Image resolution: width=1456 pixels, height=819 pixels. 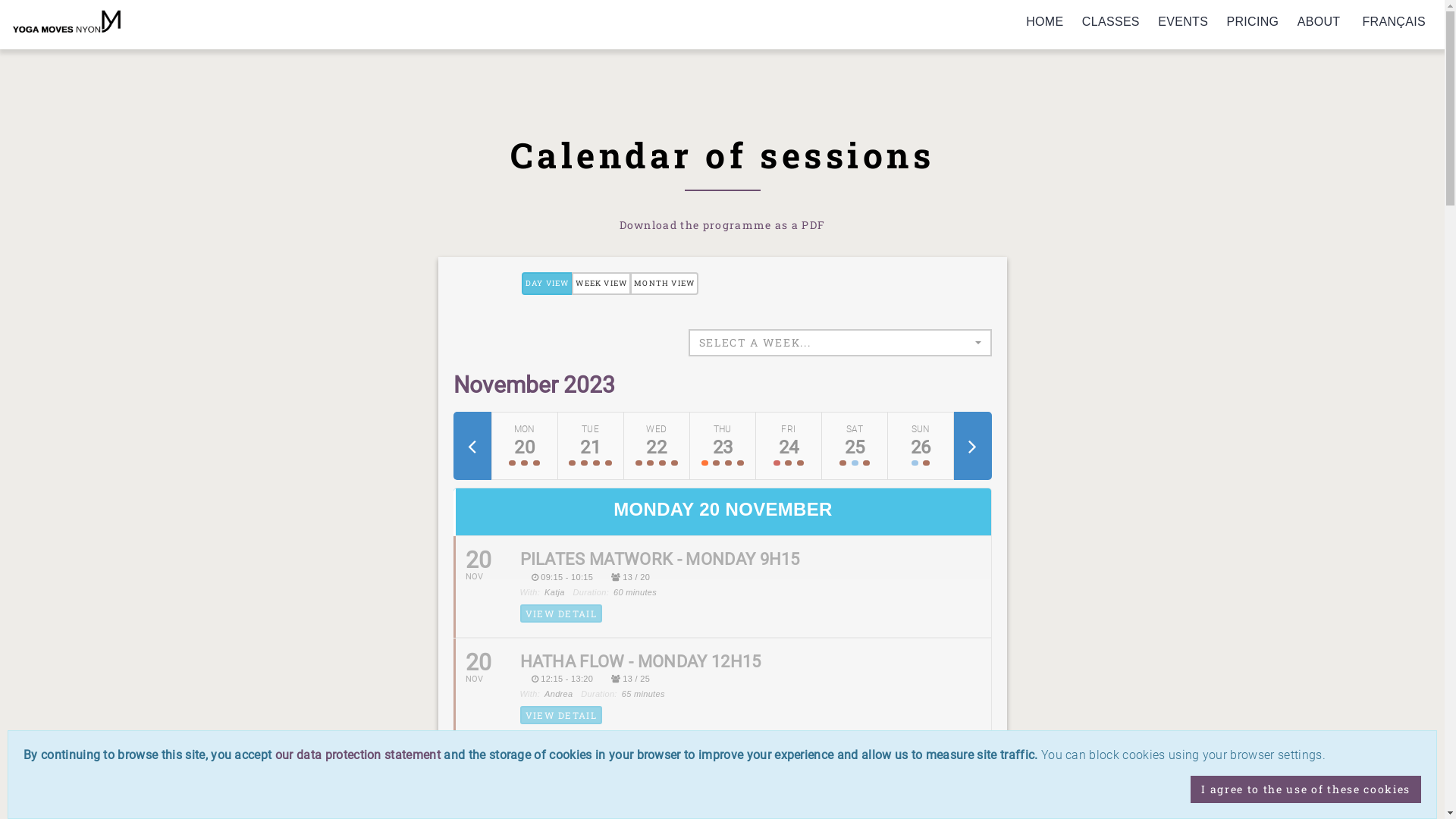 What do you see at coordinates (722, 224) in the screenshot?
I see `'Download the programme as a PDF'` at bounding box center [722, 224].